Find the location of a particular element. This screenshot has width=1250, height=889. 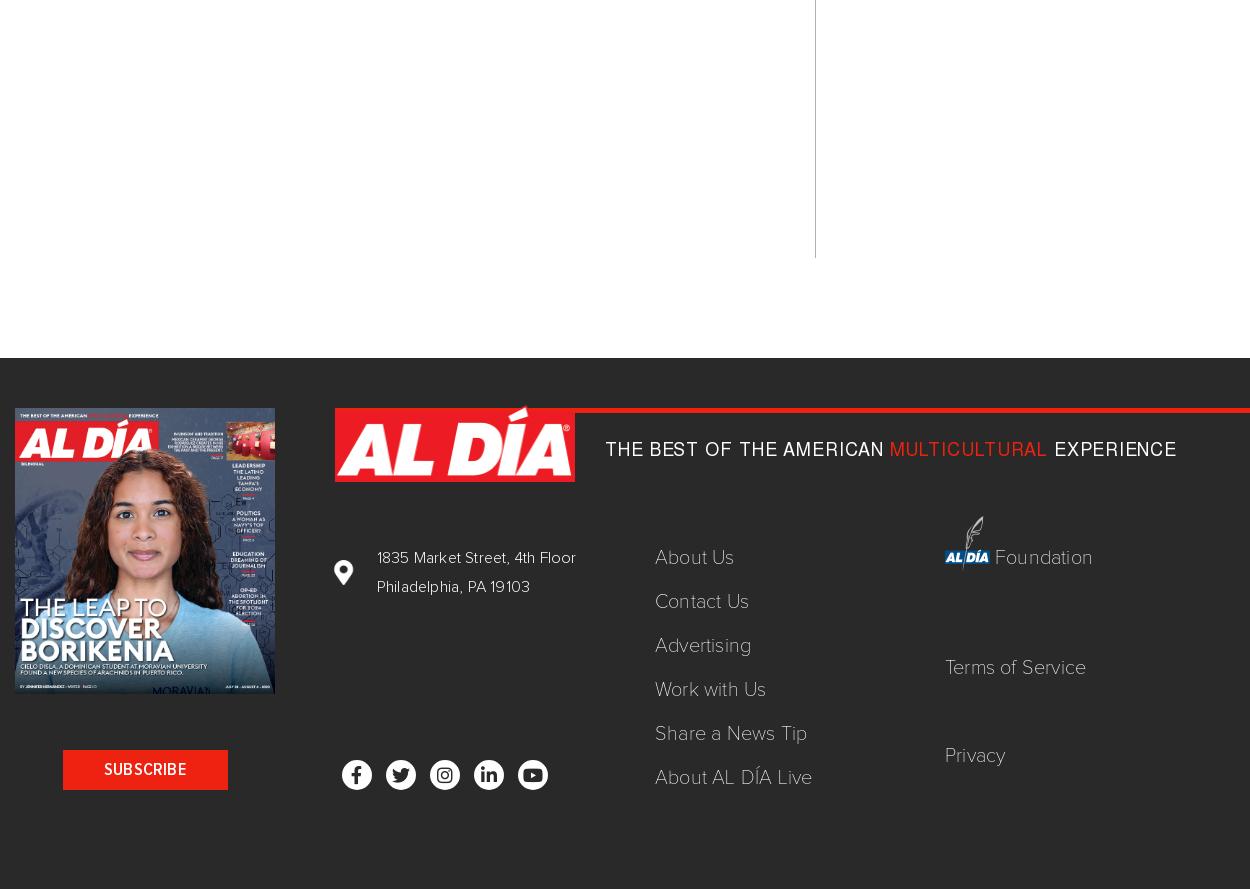

'Philadelphia, PA 19103' is located at coordinates (452, 585).